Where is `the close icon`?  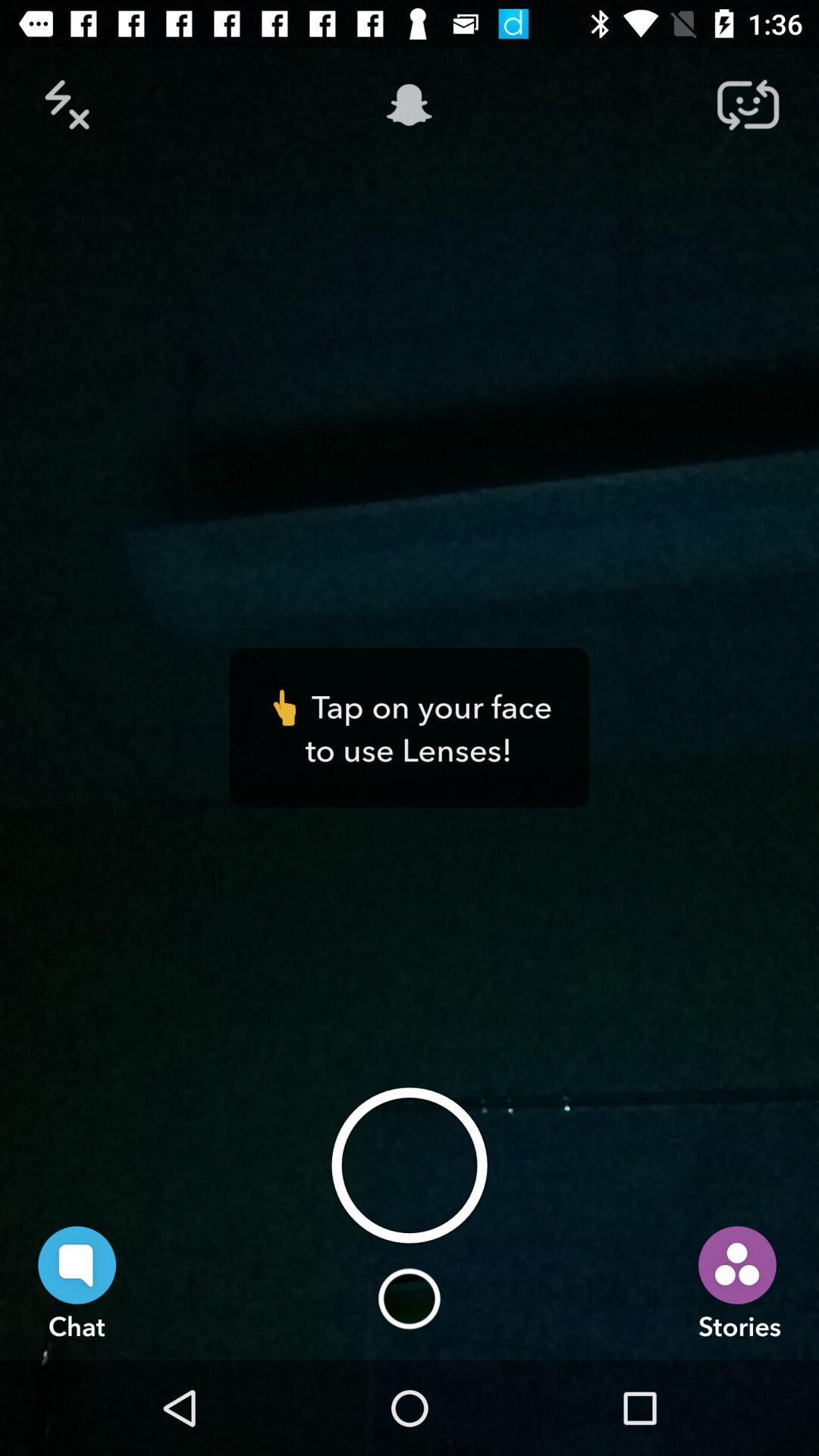
the close icon is located at coordinates (71, 104).